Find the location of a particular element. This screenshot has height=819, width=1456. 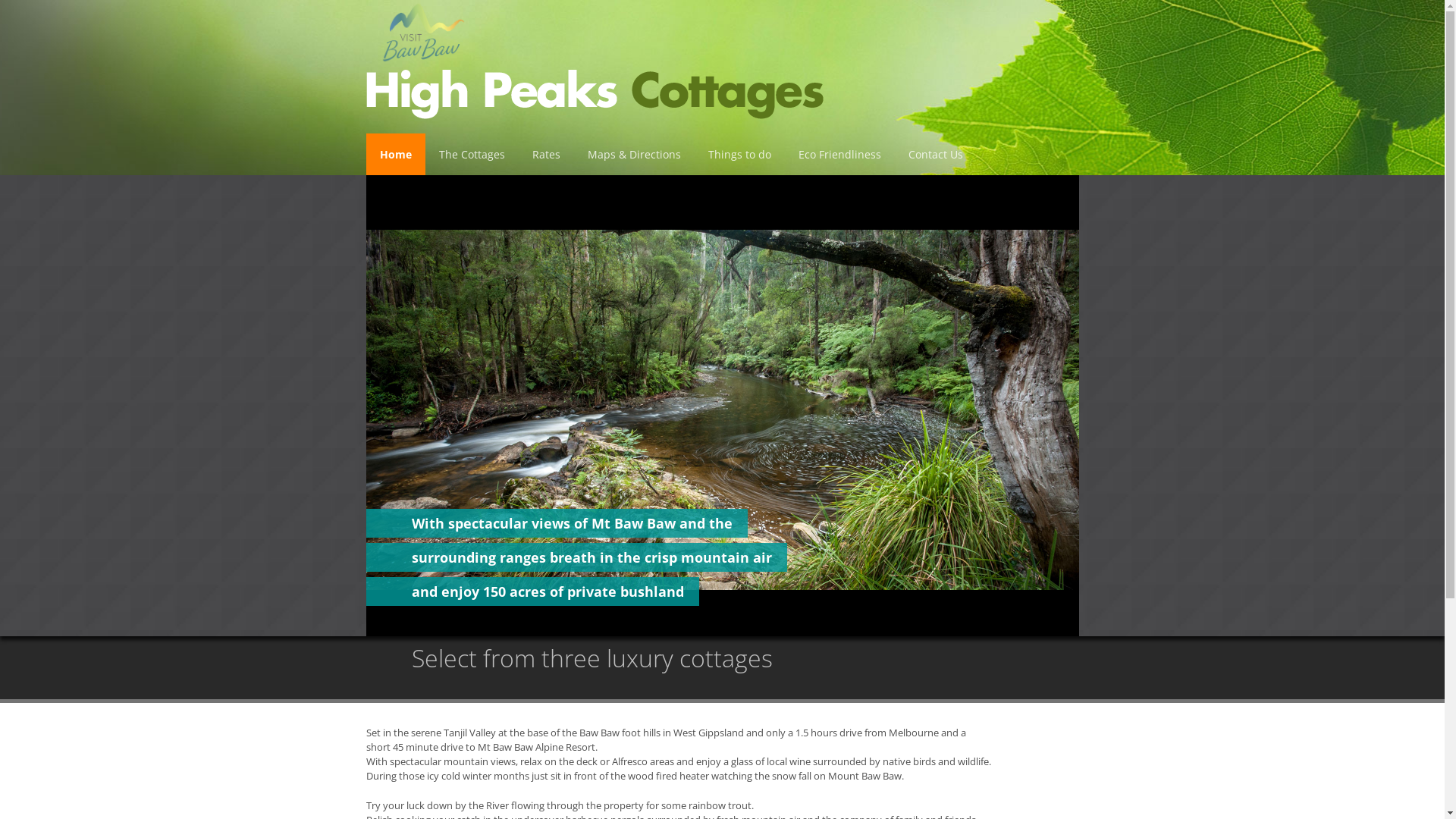

'Things to do' is located at coordinates (739, 154).